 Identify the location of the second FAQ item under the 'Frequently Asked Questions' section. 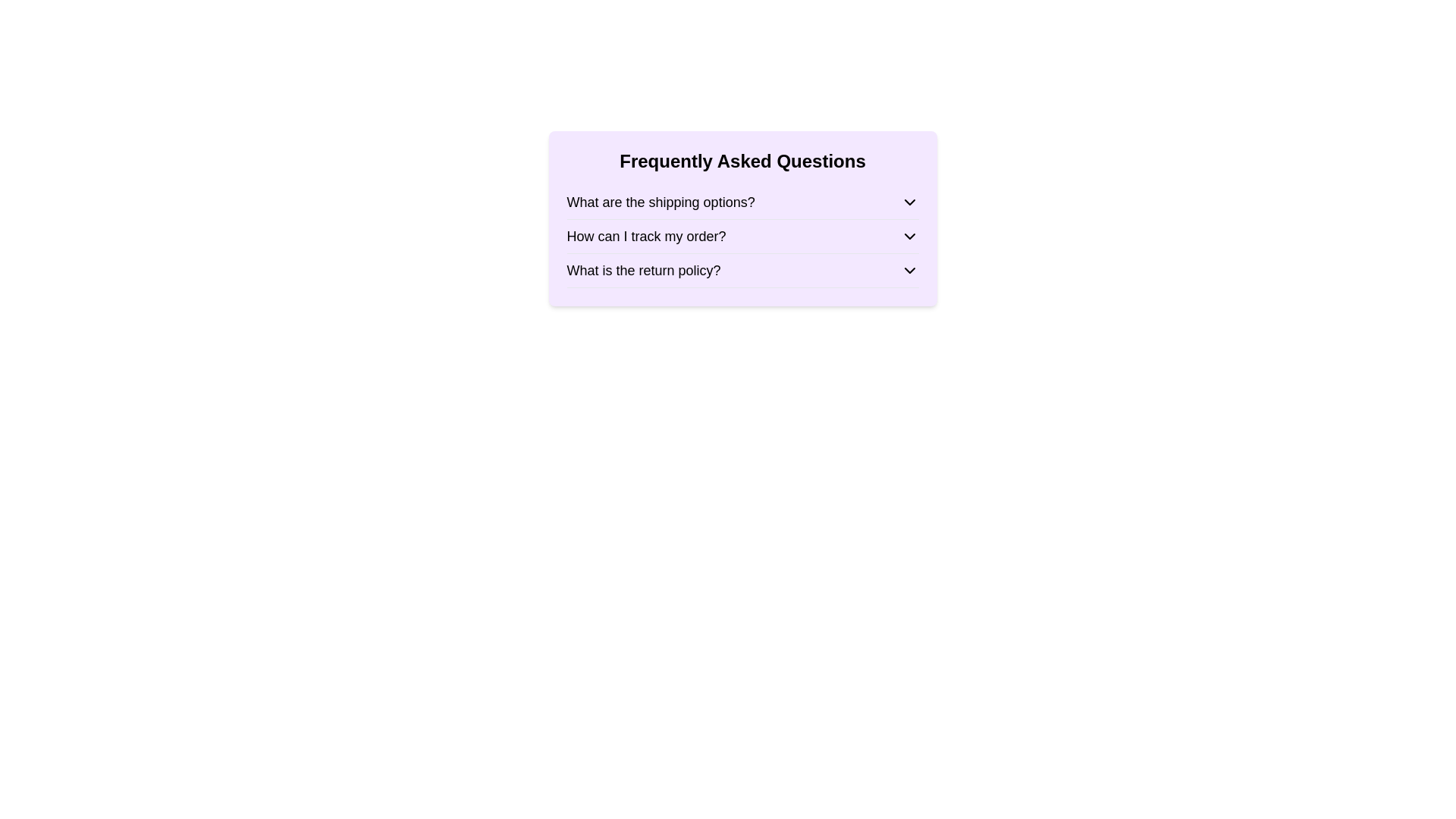
(742, 237).